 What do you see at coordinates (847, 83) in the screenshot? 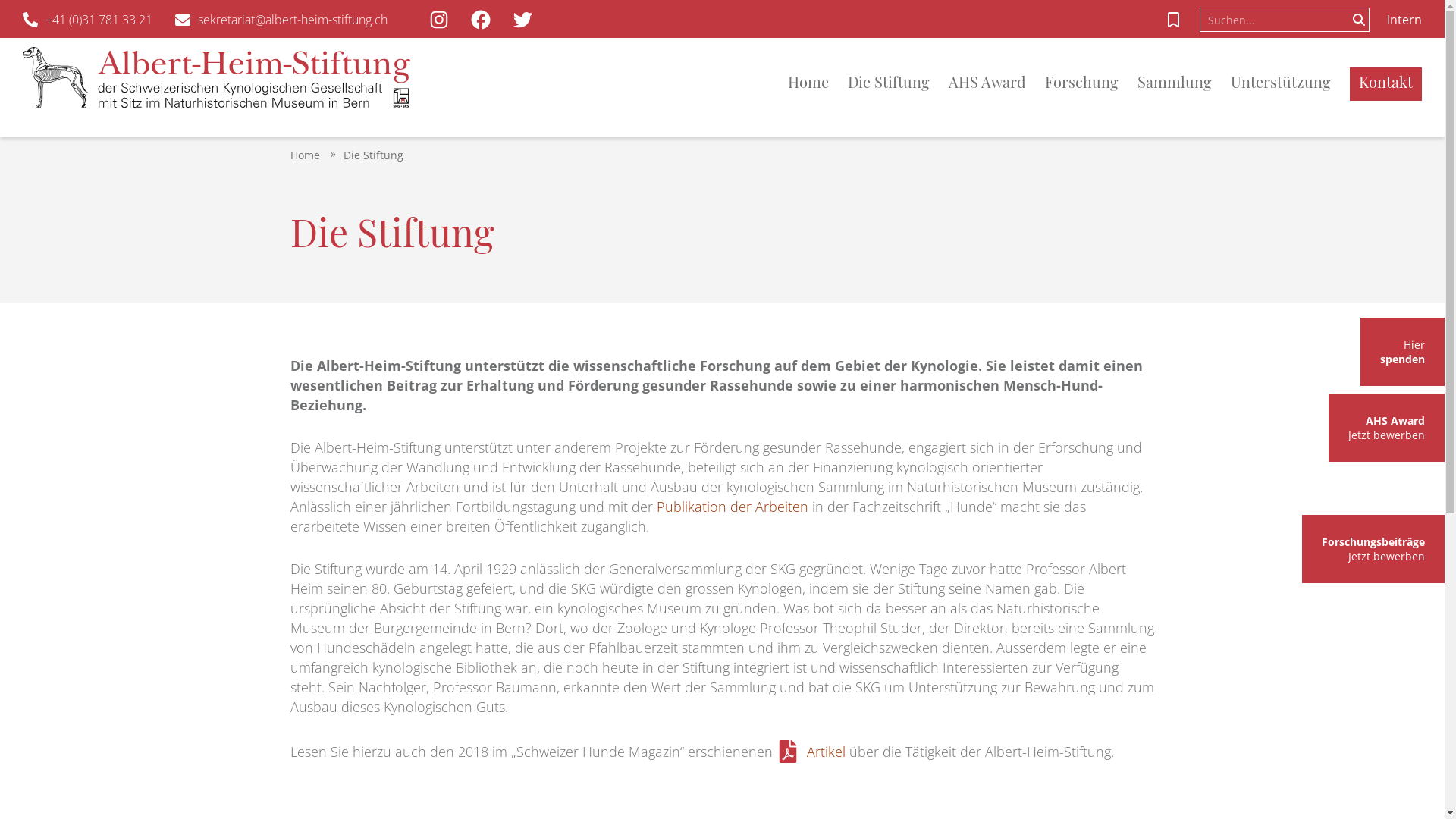
I see `'Die Stiftung'` at bounding box center [847, 83].